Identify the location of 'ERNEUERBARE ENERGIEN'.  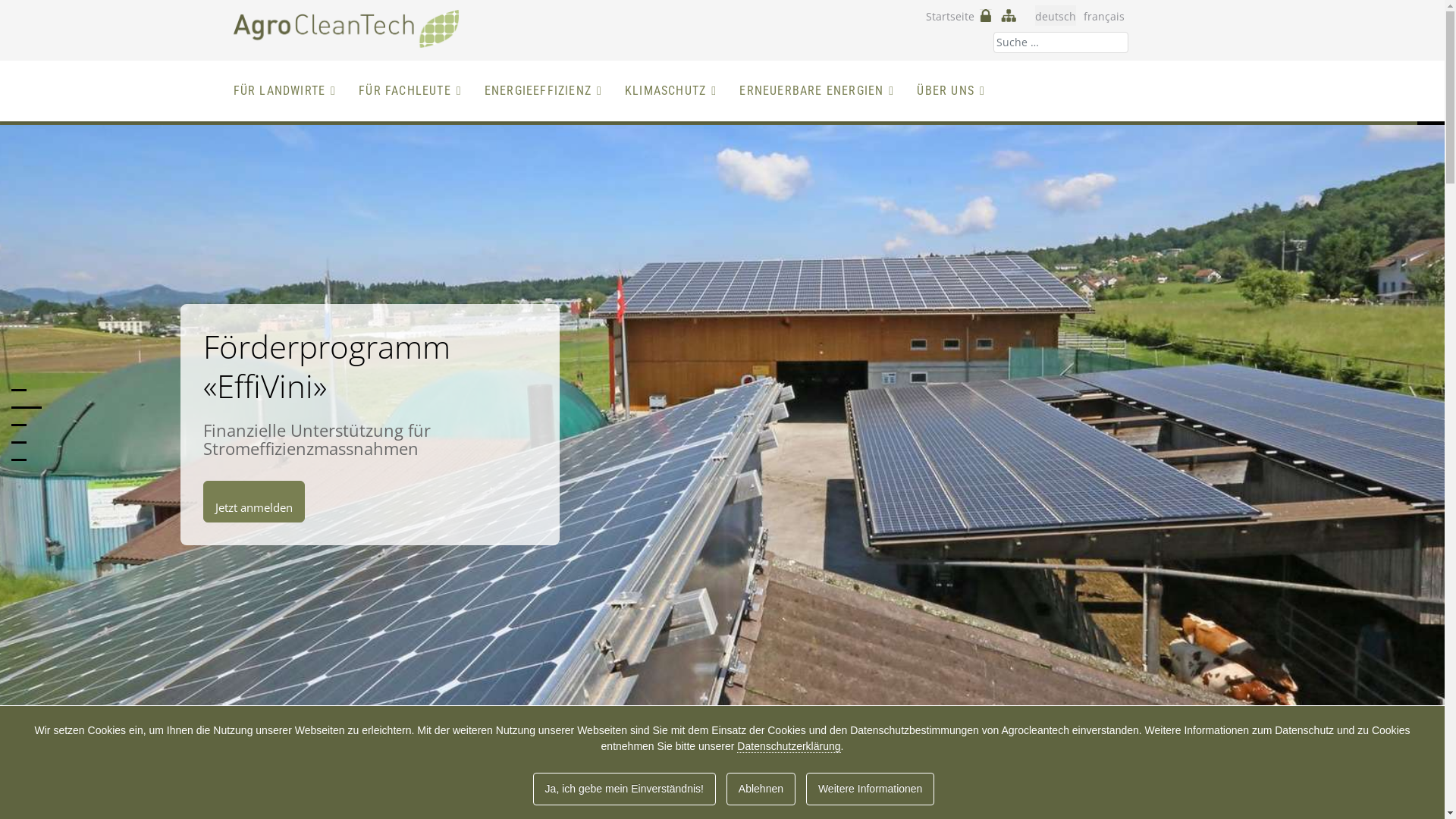
(815, 90).